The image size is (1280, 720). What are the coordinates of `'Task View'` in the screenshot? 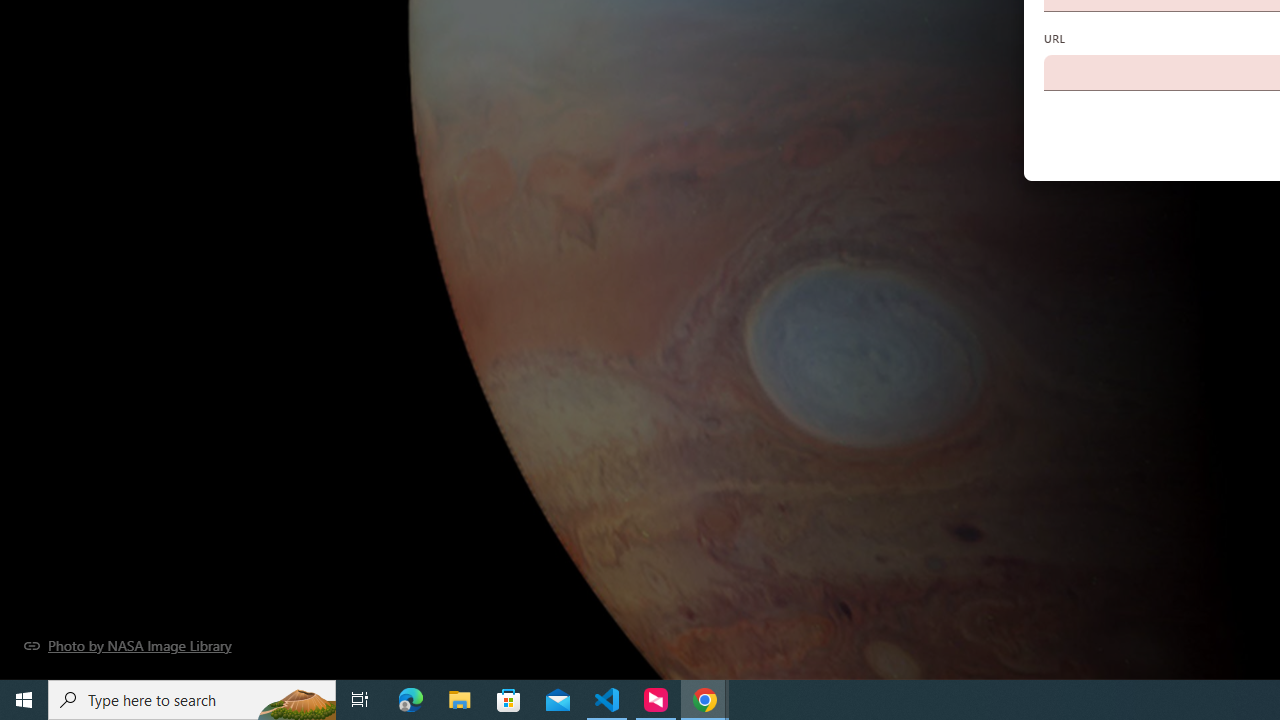 It's located at (359, 698).